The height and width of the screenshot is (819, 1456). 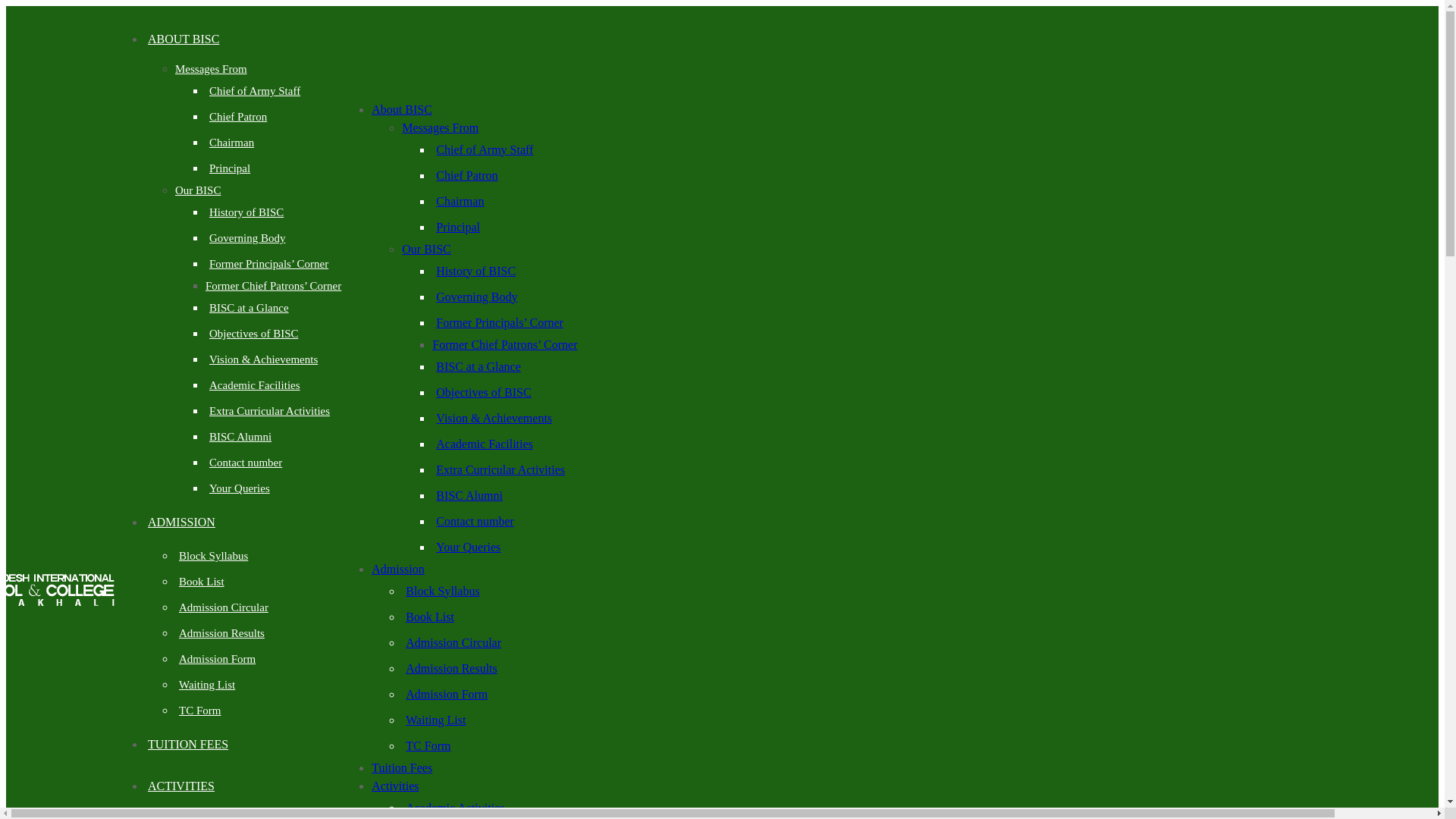 What do you see at coordinates (454, 806) in the screenshot?
I see `'Academic Activities'` at bounding box center [454, 806].